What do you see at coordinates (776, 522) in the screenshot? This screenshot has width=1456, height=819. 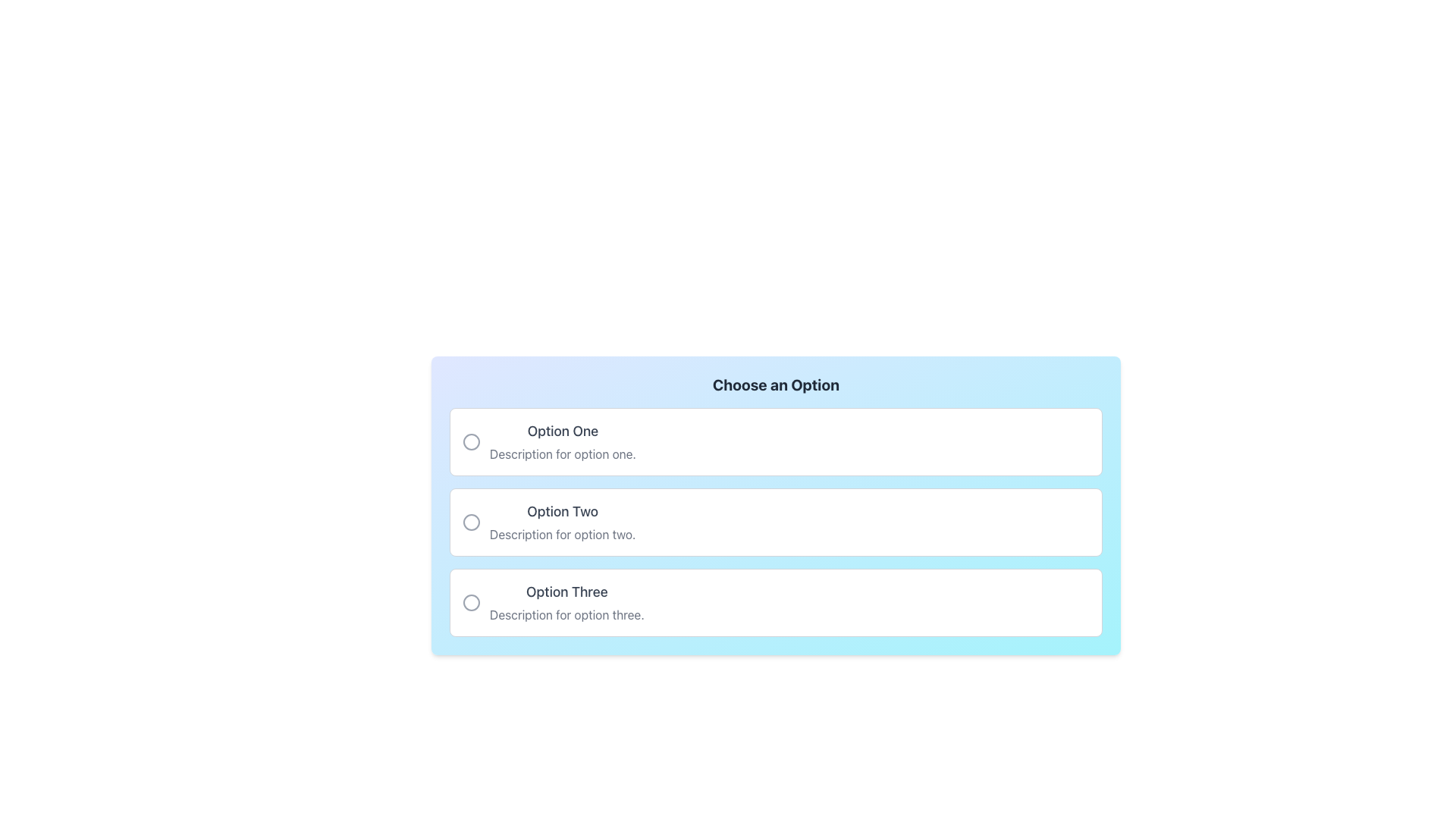 I see `the 'Option Two' selectable option, which is styled with rounded corners and contains a bold dark gray title and a lighter gray subtitle` at bounding box center [776, 522].